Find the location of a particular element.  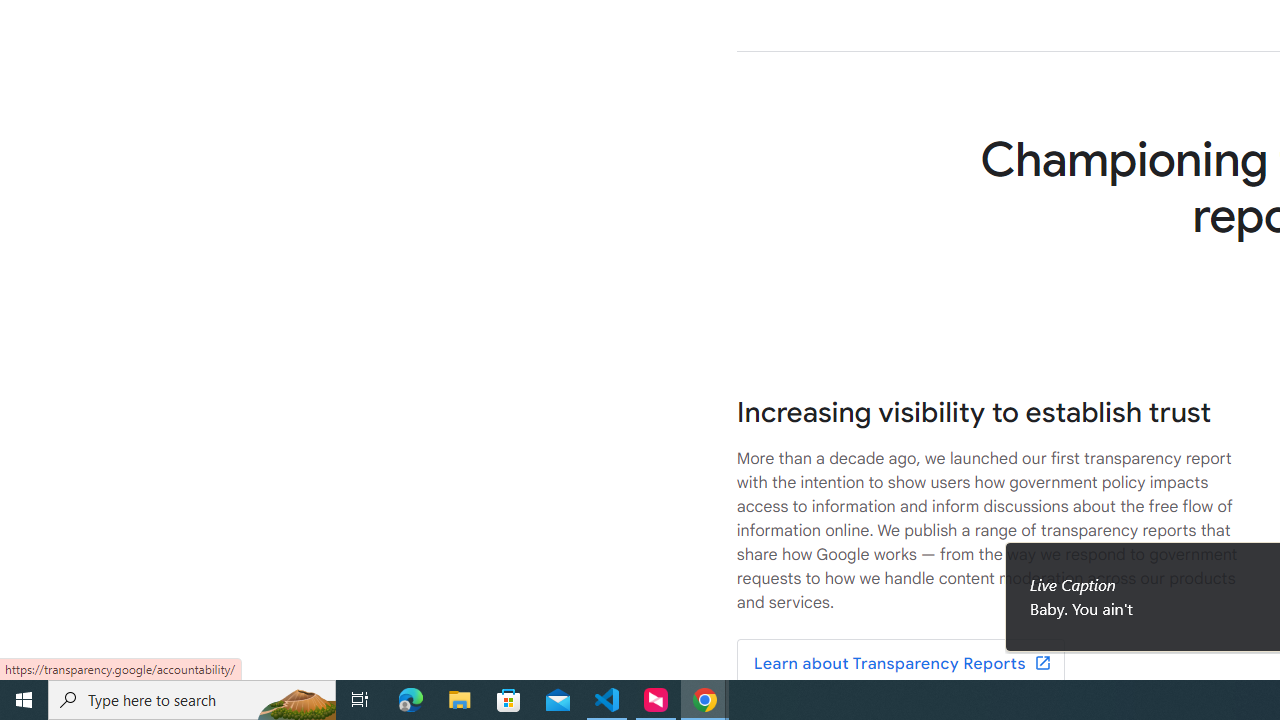

'Go to Transparency Report About web page' is located at coordinates (899, 664).